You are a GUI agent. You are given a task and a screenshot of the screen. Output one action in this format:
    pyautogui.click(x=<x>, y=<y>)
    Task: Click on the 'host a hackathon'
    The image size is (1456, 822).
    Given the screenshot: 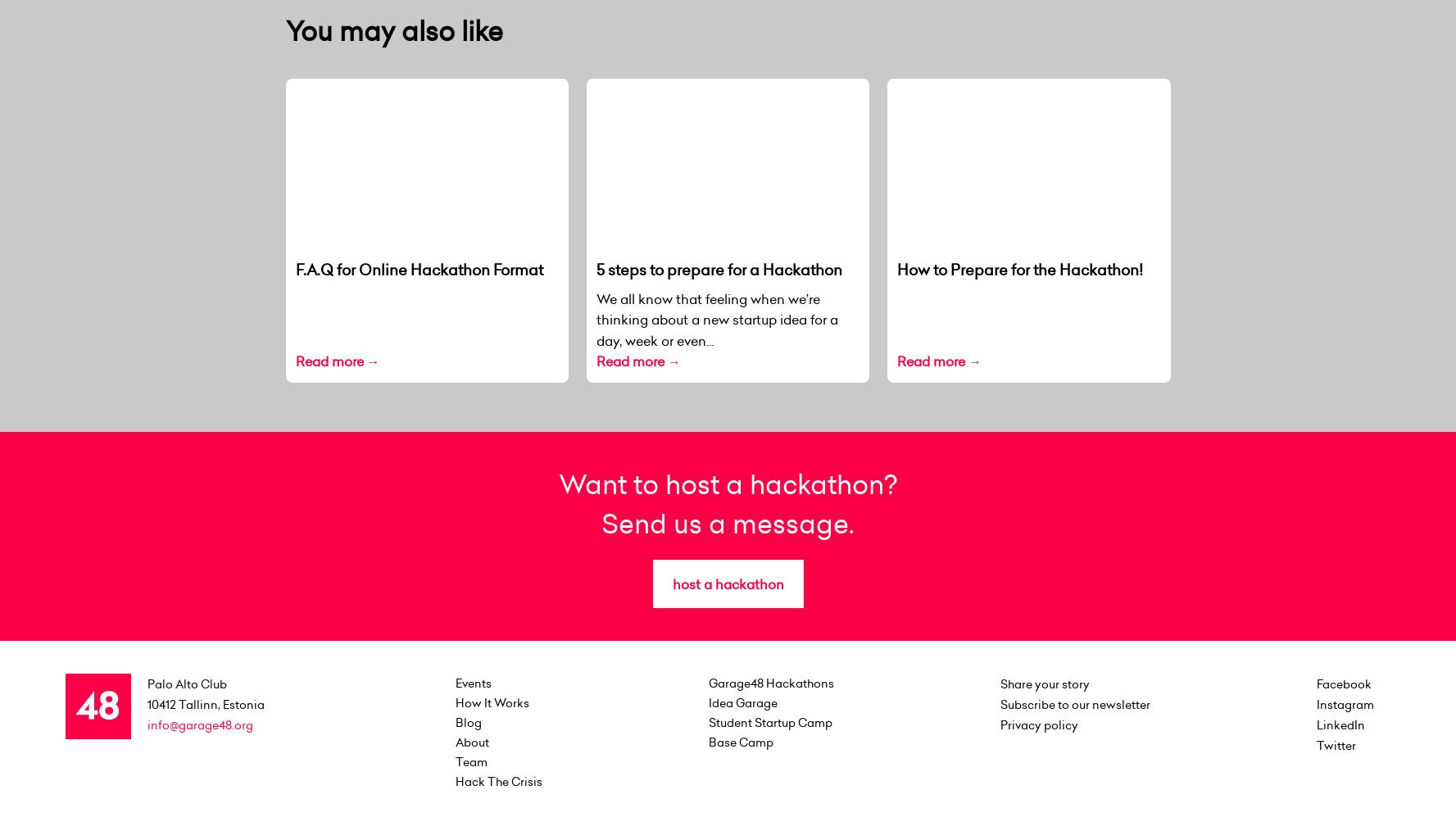 What is the action you would take?
    pyautogui.click(x=726, y=583)
    